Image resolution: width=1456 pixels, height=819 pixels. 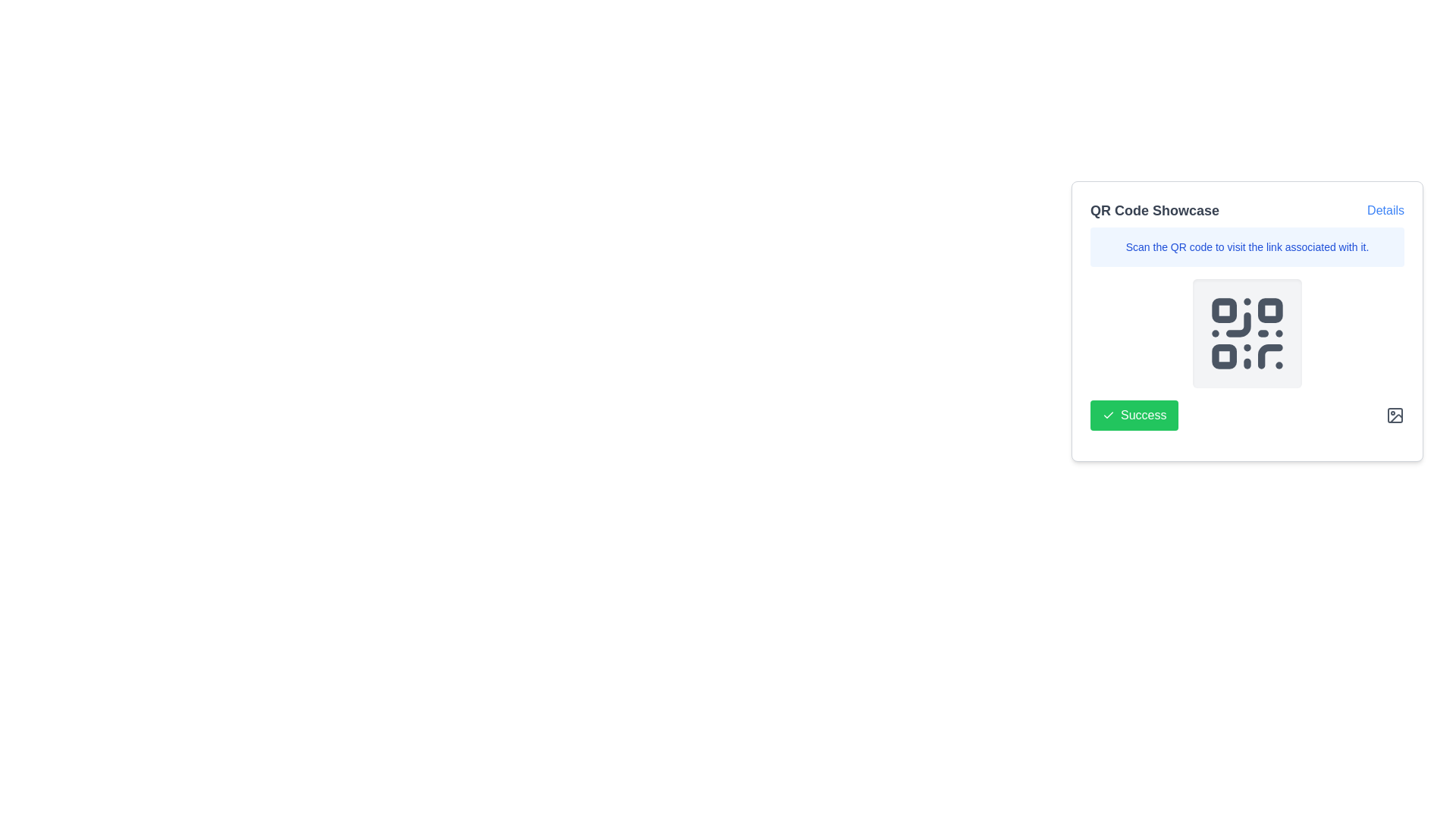 What do you see at coordinates (1224, 309) in the screenshot?
I see `the small square decorative element located in the top-left corner of the QR code structure` at bounding box center [1224, 309].